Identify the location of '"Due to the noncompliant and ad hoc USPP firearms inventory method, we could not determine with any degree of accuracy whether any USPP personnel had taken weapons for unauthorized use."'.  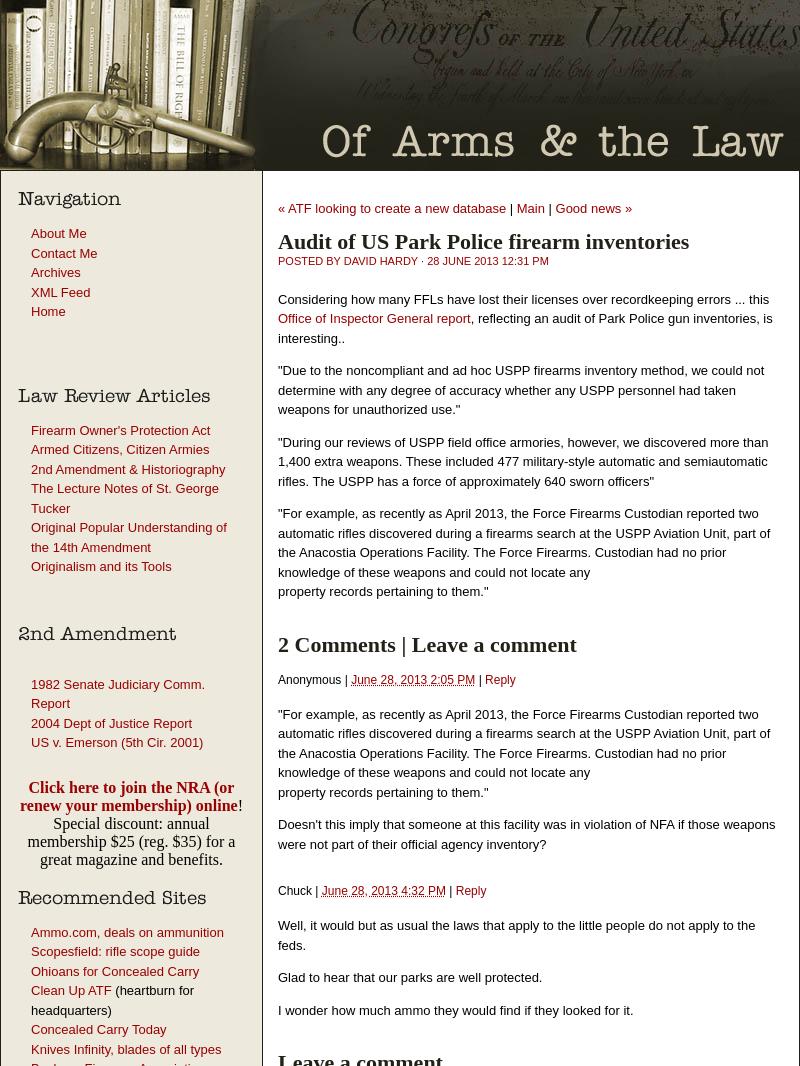
(519, 390).